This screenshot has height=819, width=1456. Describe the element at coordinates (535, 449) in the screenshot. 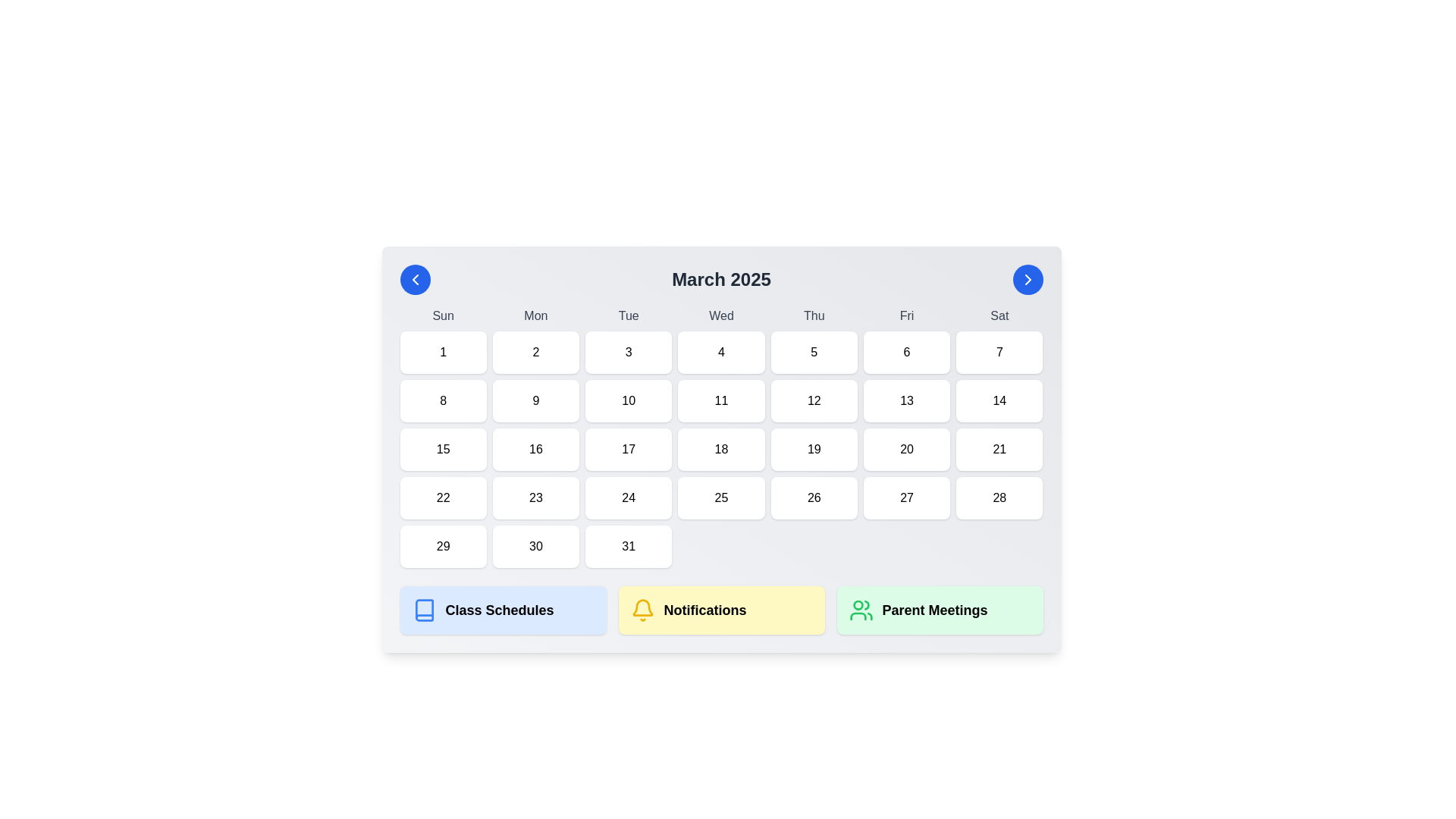

I see `the date box displaying '16'` at that location.